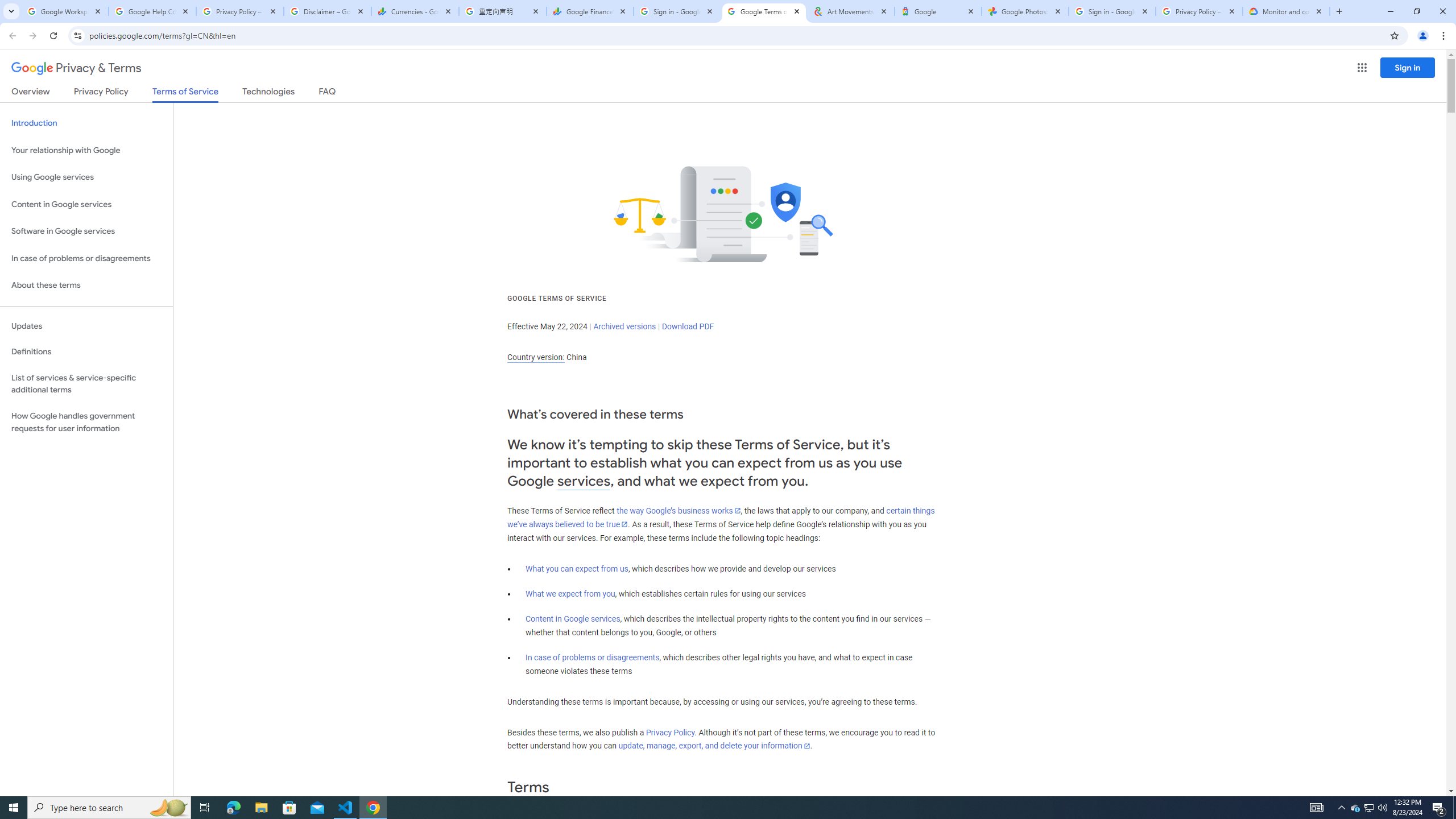 This screenshot has width=1456, height=819. Describe the element at coordinates (584, 481) in the screenshot. I see `'services'` at that location.